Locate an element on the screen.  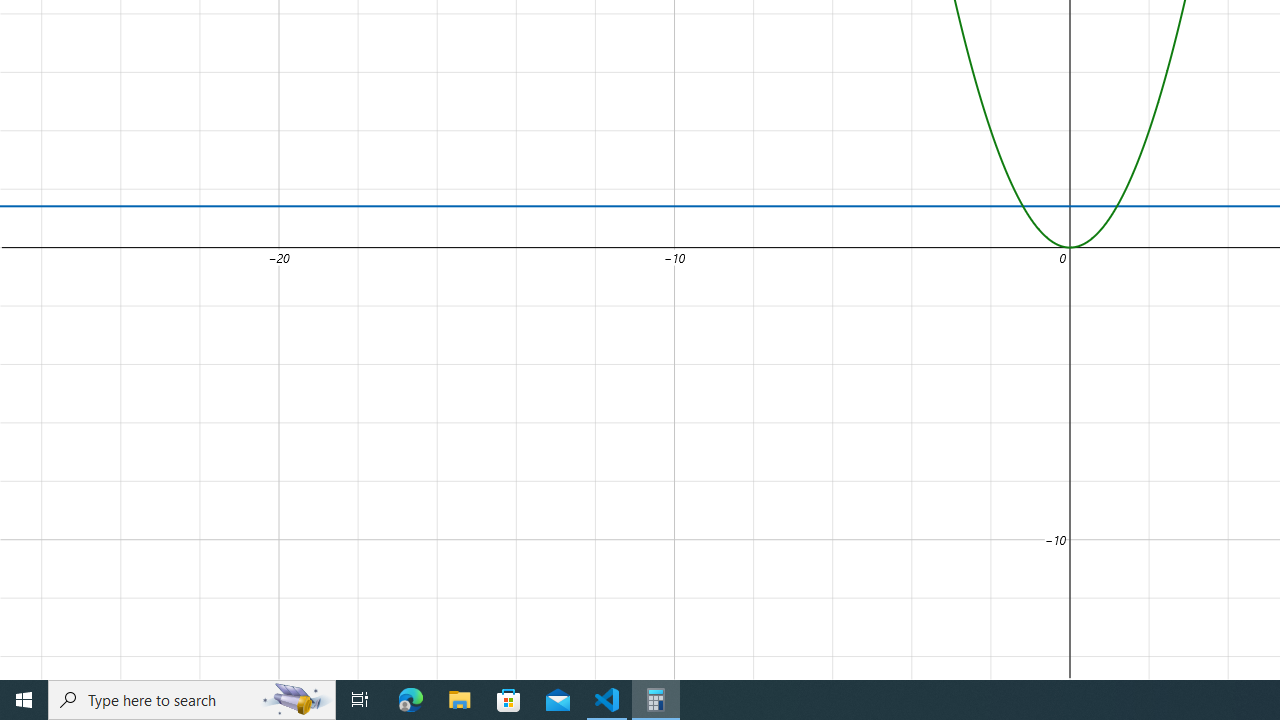
'Calculator - 1 running window' is located at coordinates (656, 698).